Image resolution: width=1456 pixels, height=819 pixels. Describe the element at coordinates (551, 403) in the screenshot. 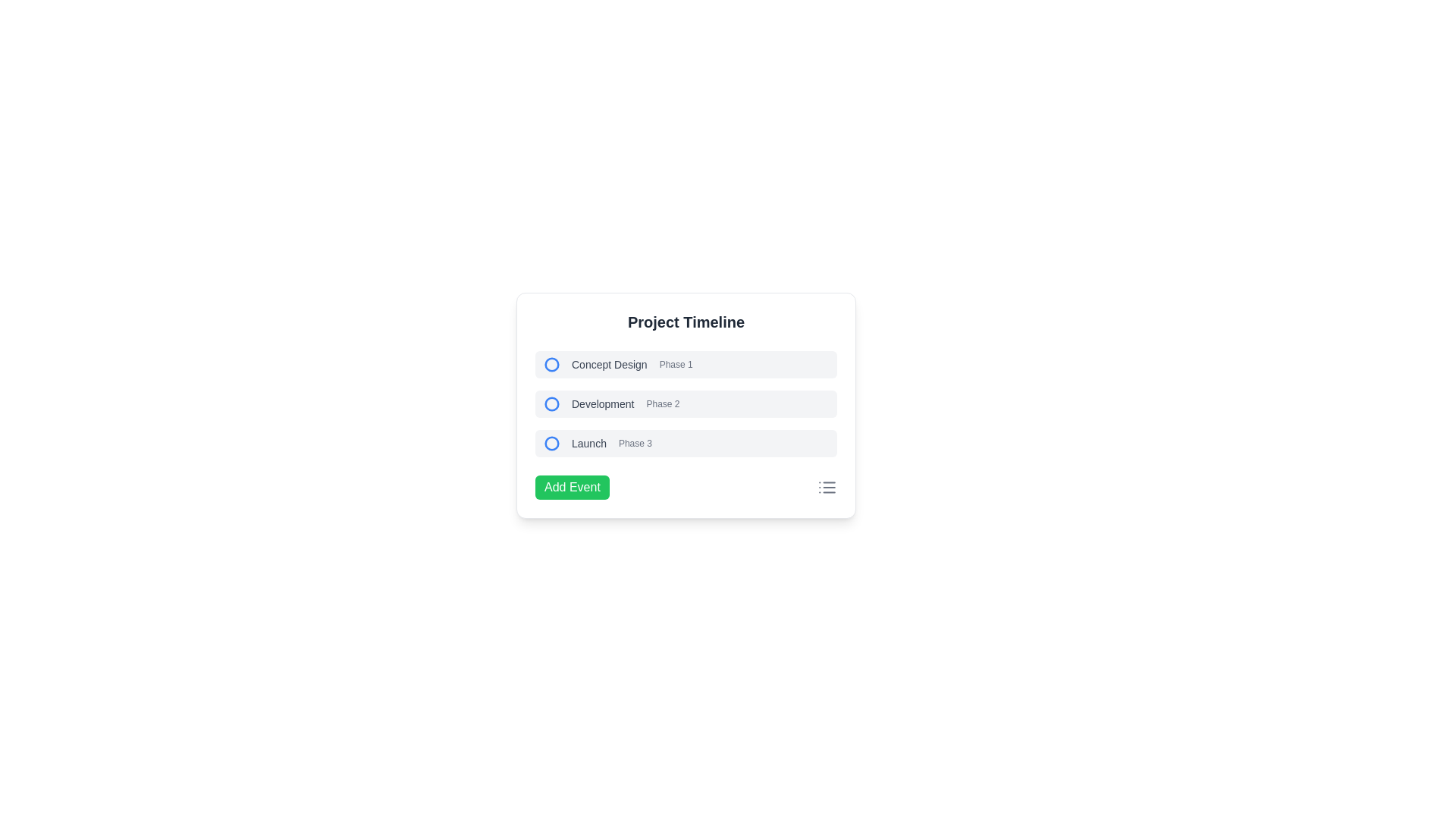

I see `the circular icon with a blue outline and white fill located in the second row under 'Project Timeline', to the left of 'Development Phase 2'` at that location.